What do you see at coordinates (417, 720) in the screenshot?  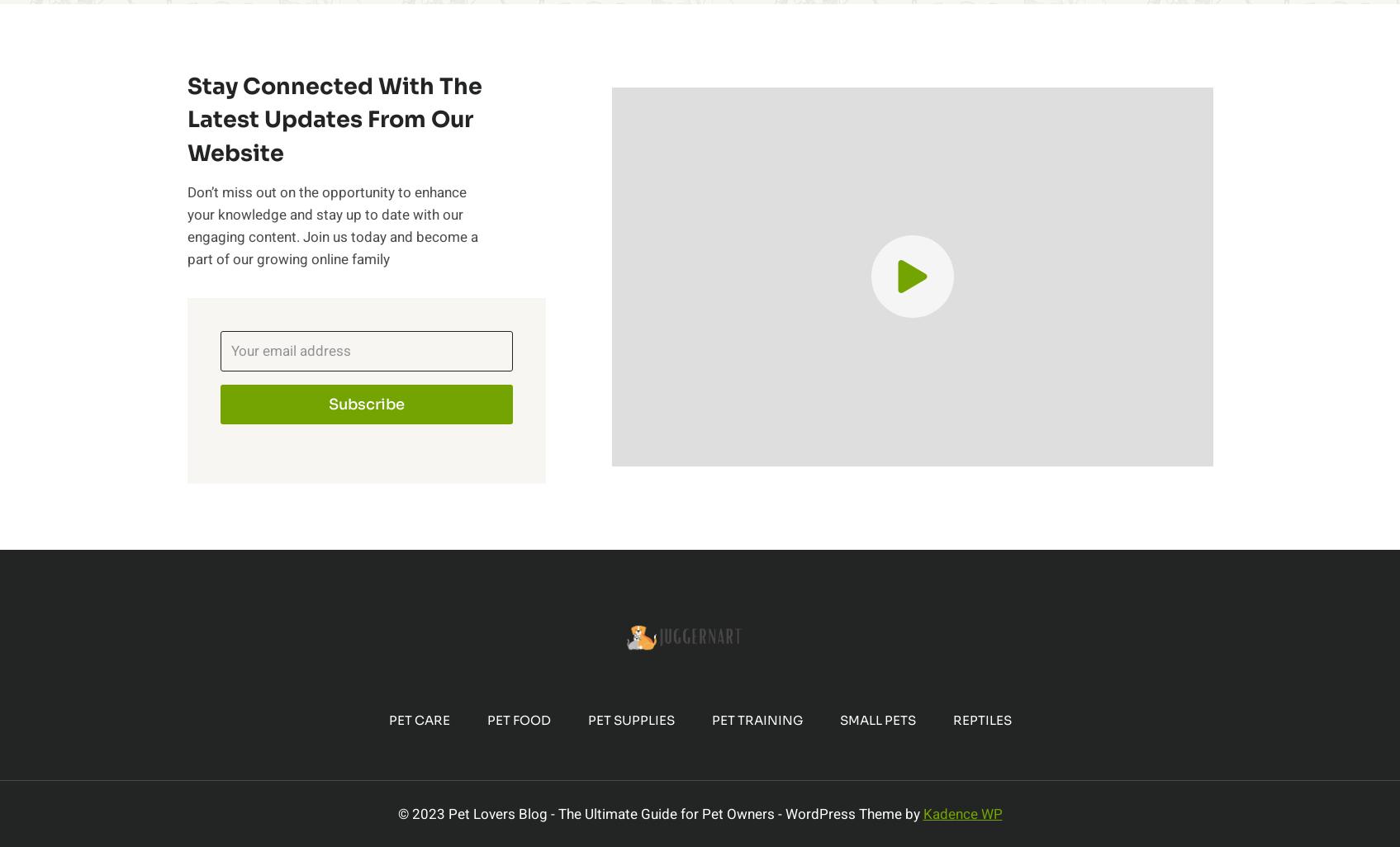 I see `'Pet Care'` at bounding box center [417, 720].